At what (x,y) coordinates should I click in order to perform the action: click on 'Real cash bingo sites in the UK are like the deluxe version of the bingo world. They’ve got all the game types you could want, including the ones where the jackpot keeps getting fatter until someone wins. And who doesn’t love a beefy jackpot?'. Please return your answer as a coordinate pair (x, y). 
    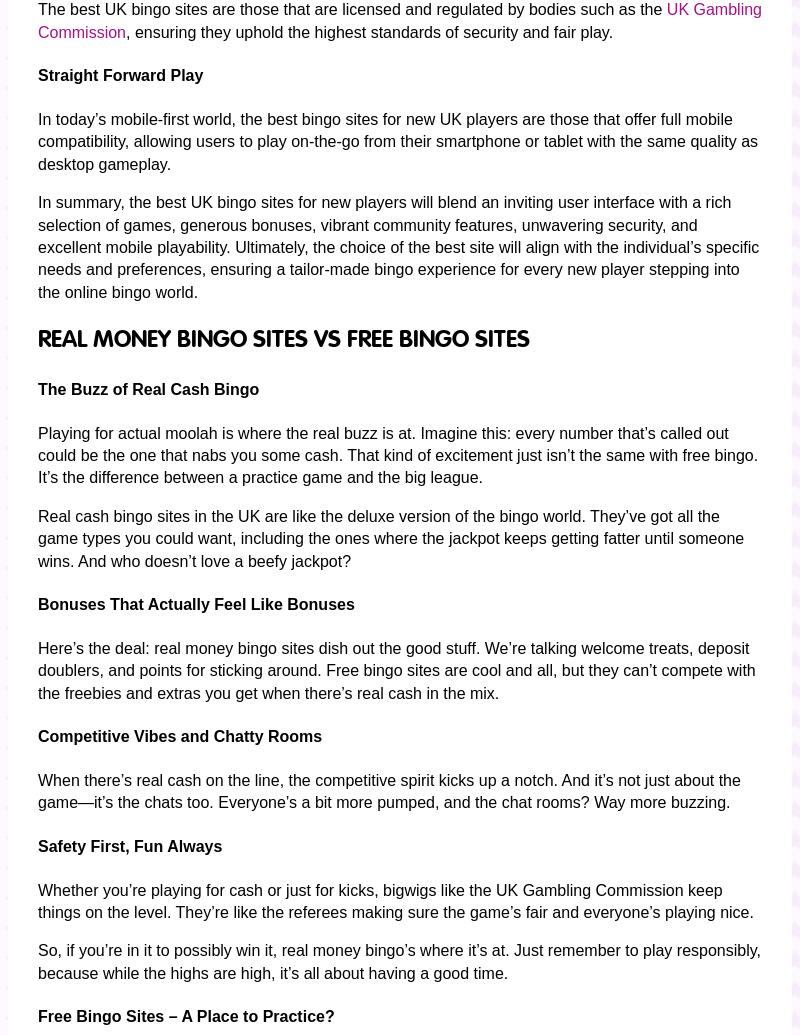
    Looking at the image, I should click on (37, 536).